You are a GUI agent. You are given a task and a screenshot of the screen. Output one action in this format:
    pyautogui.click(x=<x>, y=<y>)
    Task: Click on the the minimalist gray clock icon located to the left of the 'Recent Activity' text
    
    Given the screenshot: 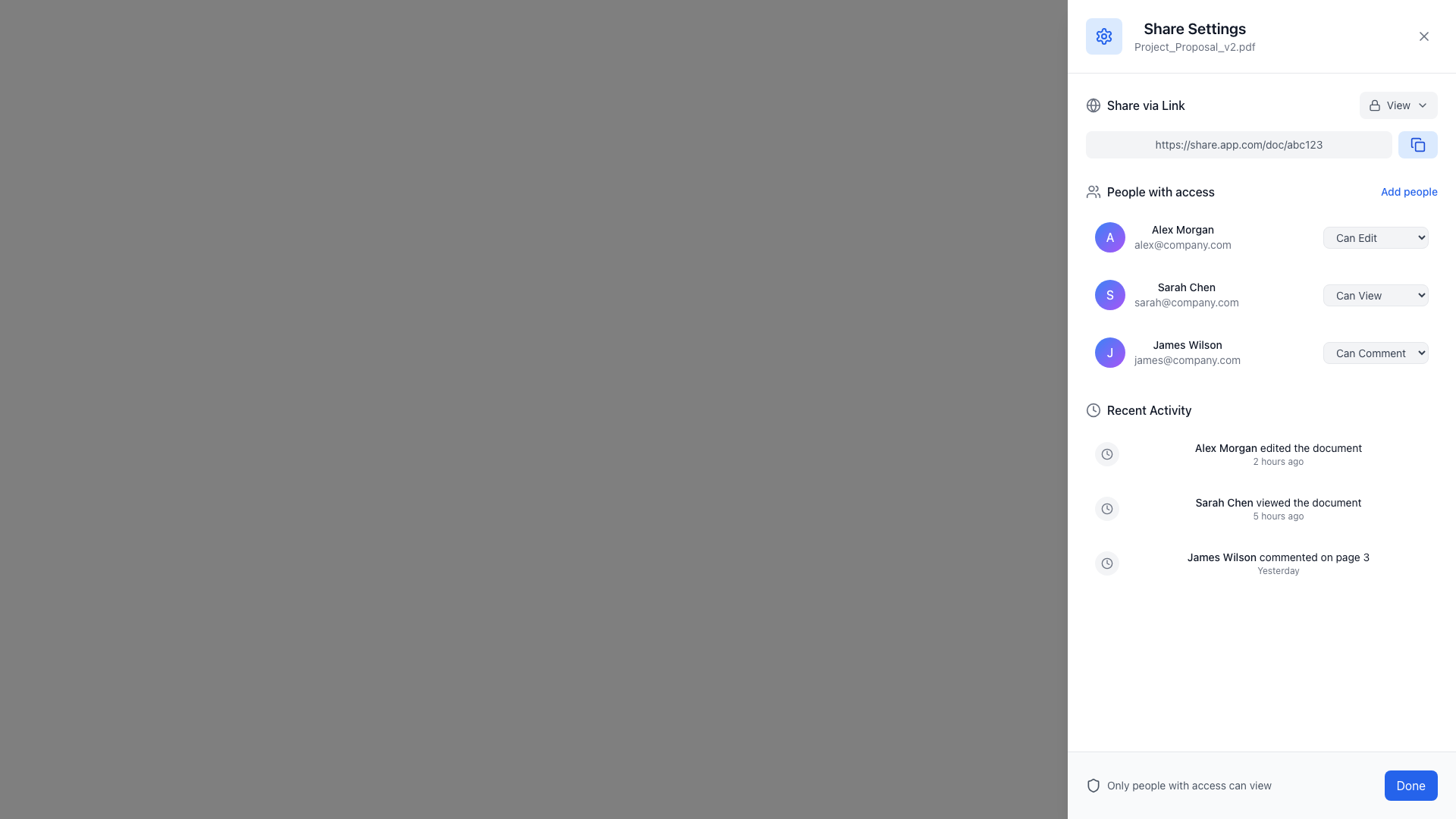 What is the action you would take?
    pyautogui.click(x=1093, y=409)
    